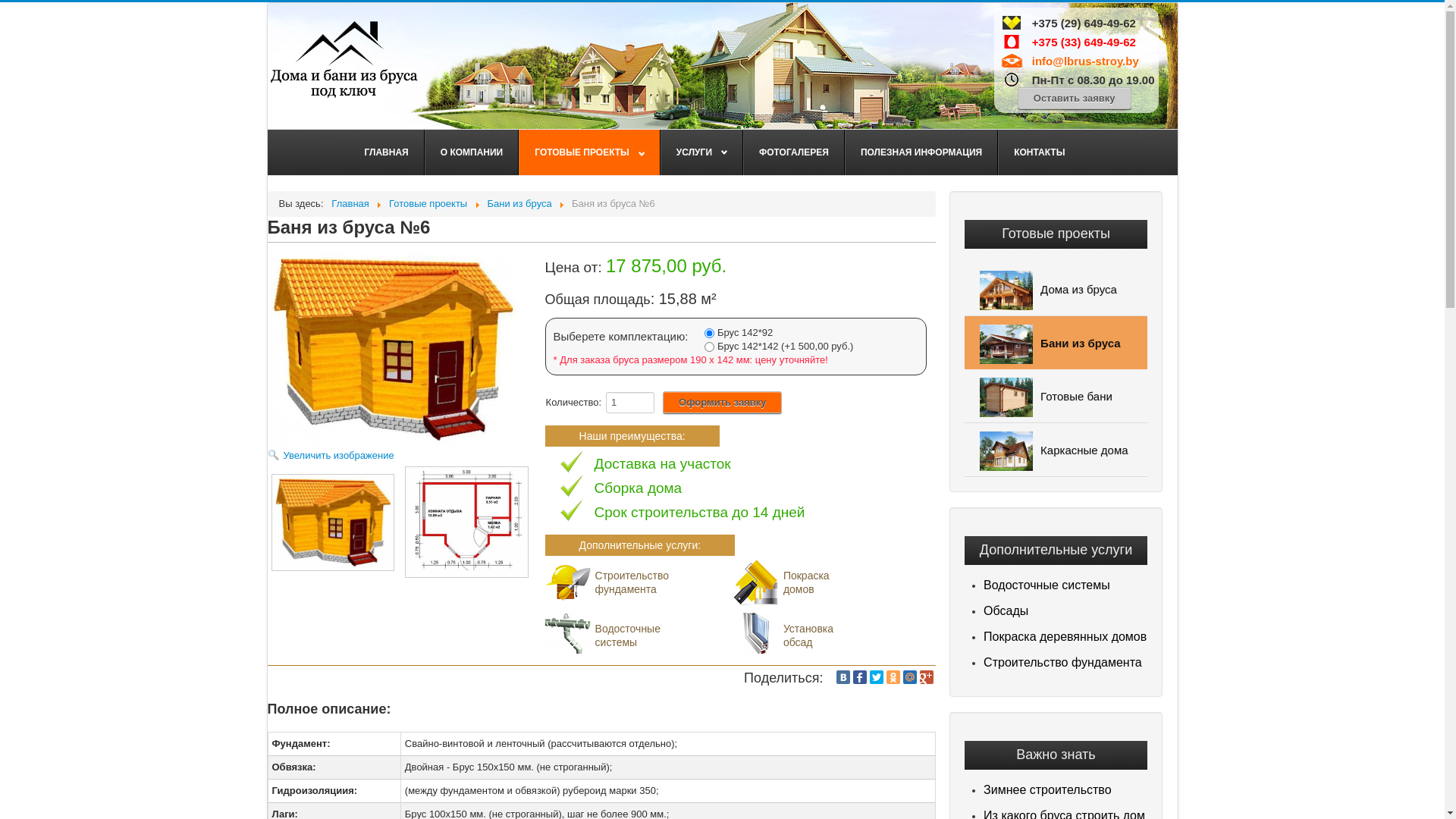 Image resolution: width=1456 pixels, height=819 pixels. I want to click on 'Facebook', so click(852, 676).